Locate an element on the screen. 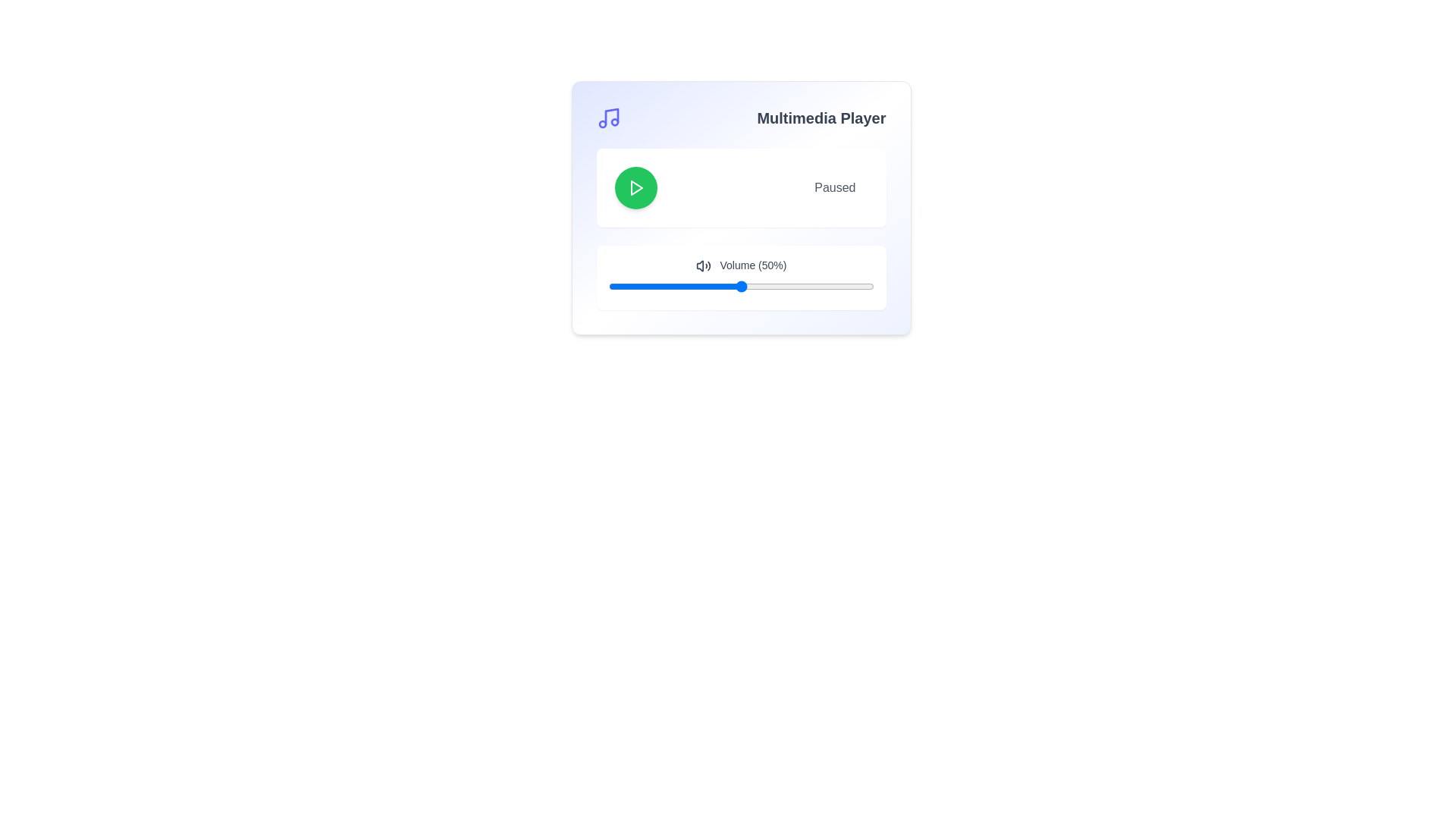  the play icon, which is a triangular arrow centered within a green circular button located in the upper-left section of the multimedia player UI panel is located at coordinates (635, 187).